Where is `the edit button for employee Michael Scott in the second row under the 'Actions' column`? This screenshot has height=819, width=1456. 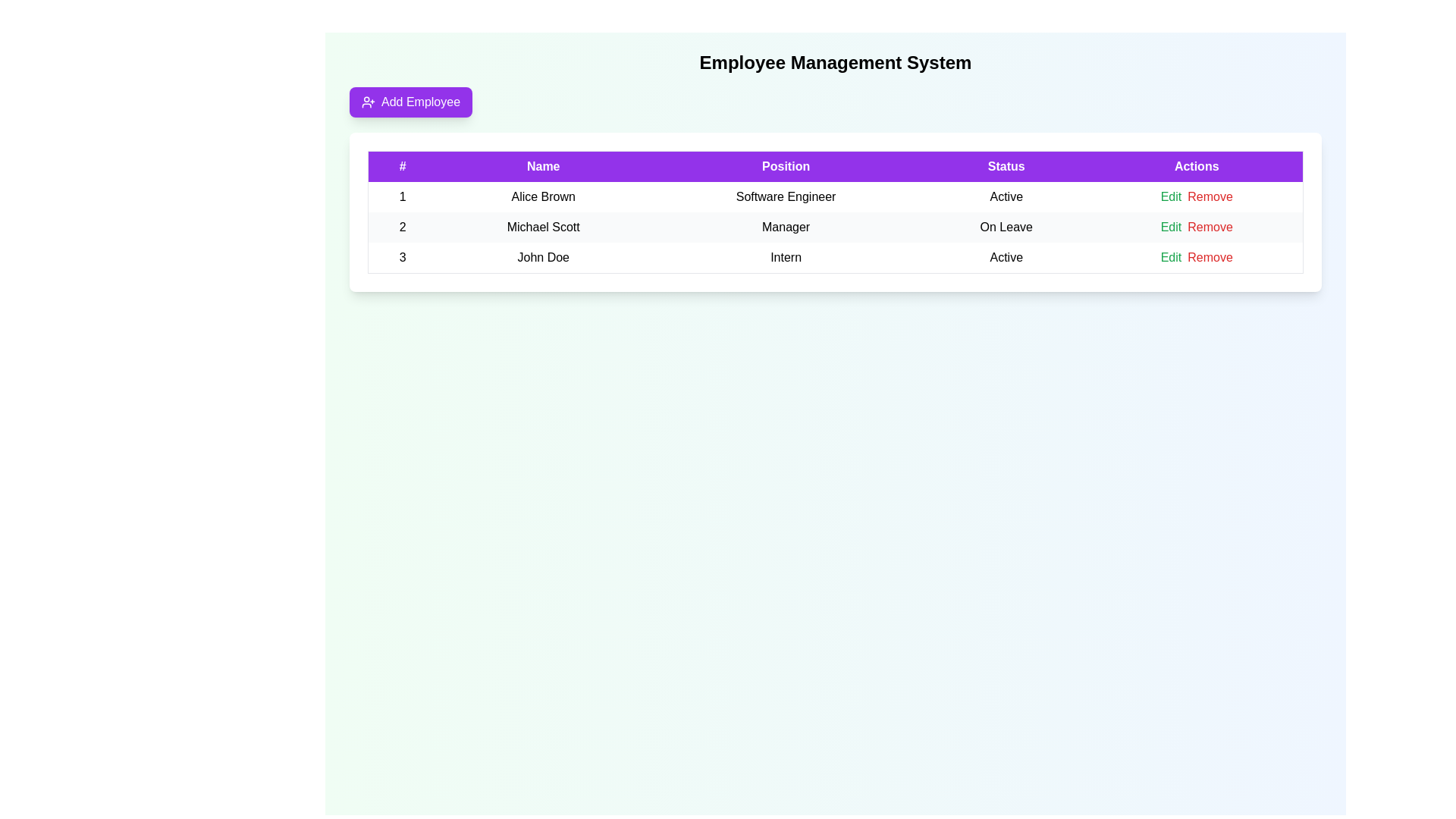 the edit button for employee Michael Scott in the second row under the 'Actions' column is located at coordinates (1170, 227).